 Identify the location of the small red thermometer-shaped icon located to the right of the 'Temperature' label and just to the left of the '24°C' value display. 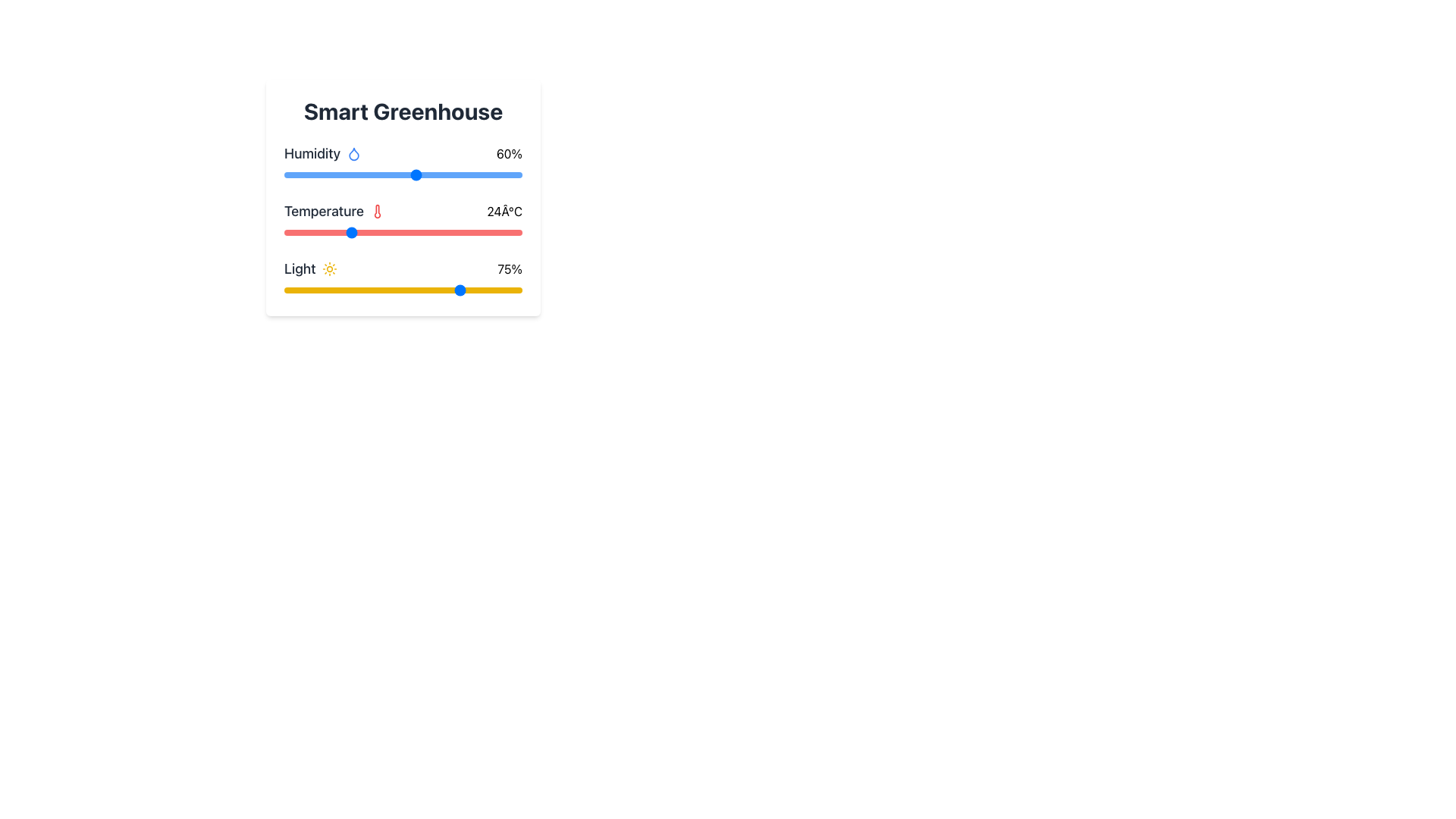
(377, 211).